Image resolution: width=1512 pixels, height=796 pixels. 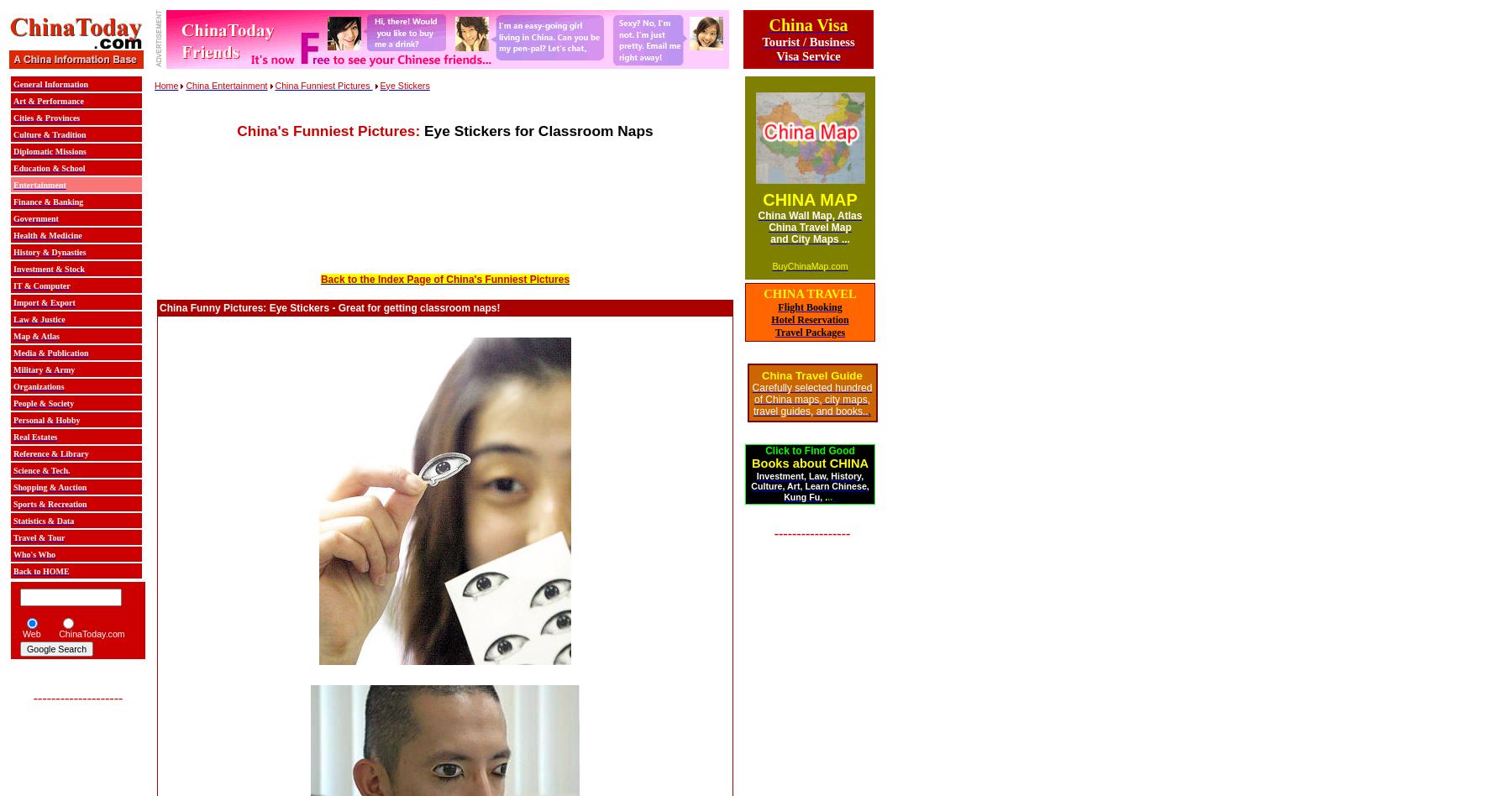 What do you see at coordinates (34, 217) in the screenshot?
I see `'Government'` at bounding box center [34, 217].